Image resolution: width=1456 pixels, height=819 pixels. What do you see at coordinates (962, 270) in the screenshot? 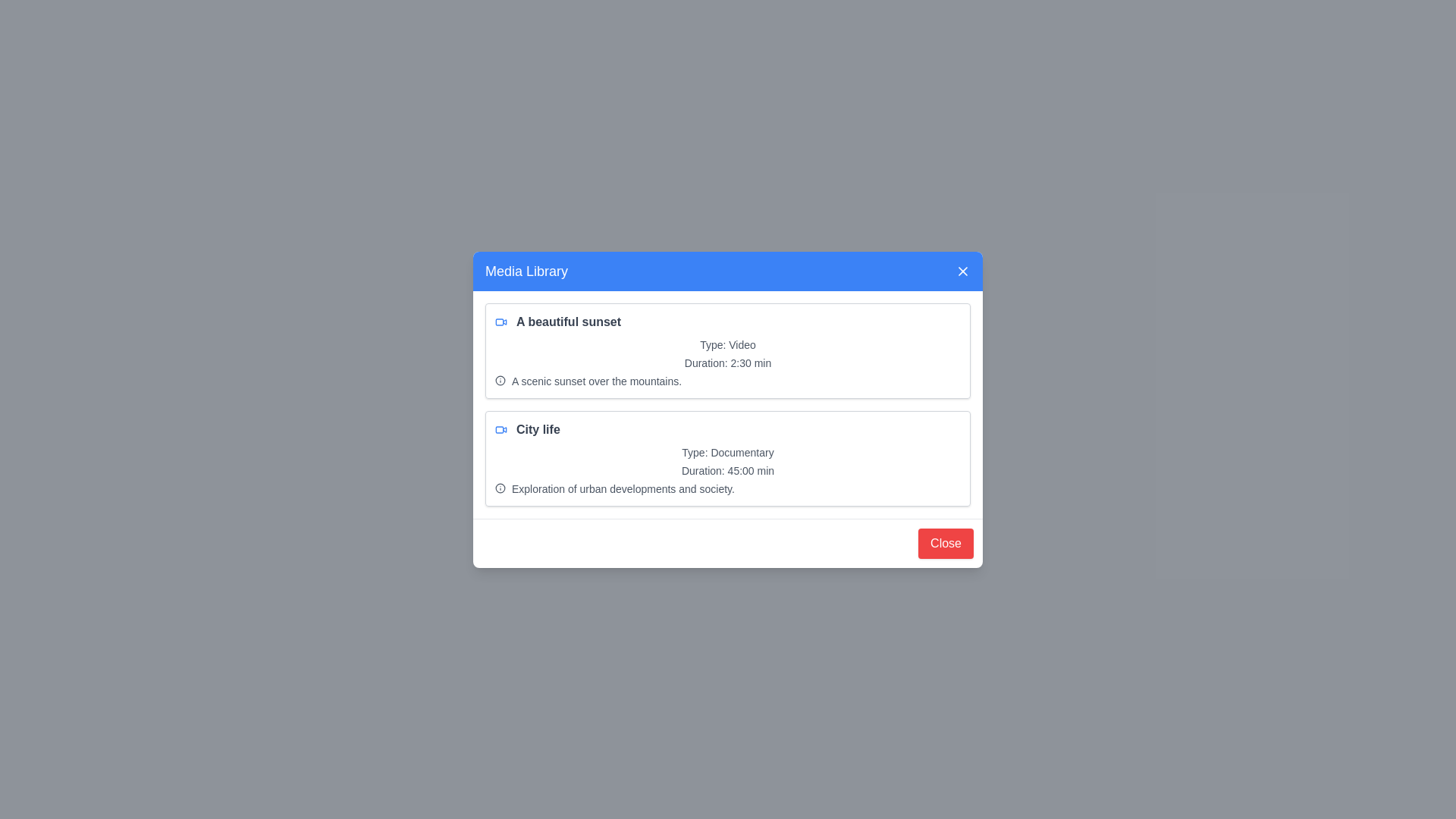
I see `the close button located in the top-right corner of the blue header bar labeled 'Media Library'` at bounding box center [962, 270].